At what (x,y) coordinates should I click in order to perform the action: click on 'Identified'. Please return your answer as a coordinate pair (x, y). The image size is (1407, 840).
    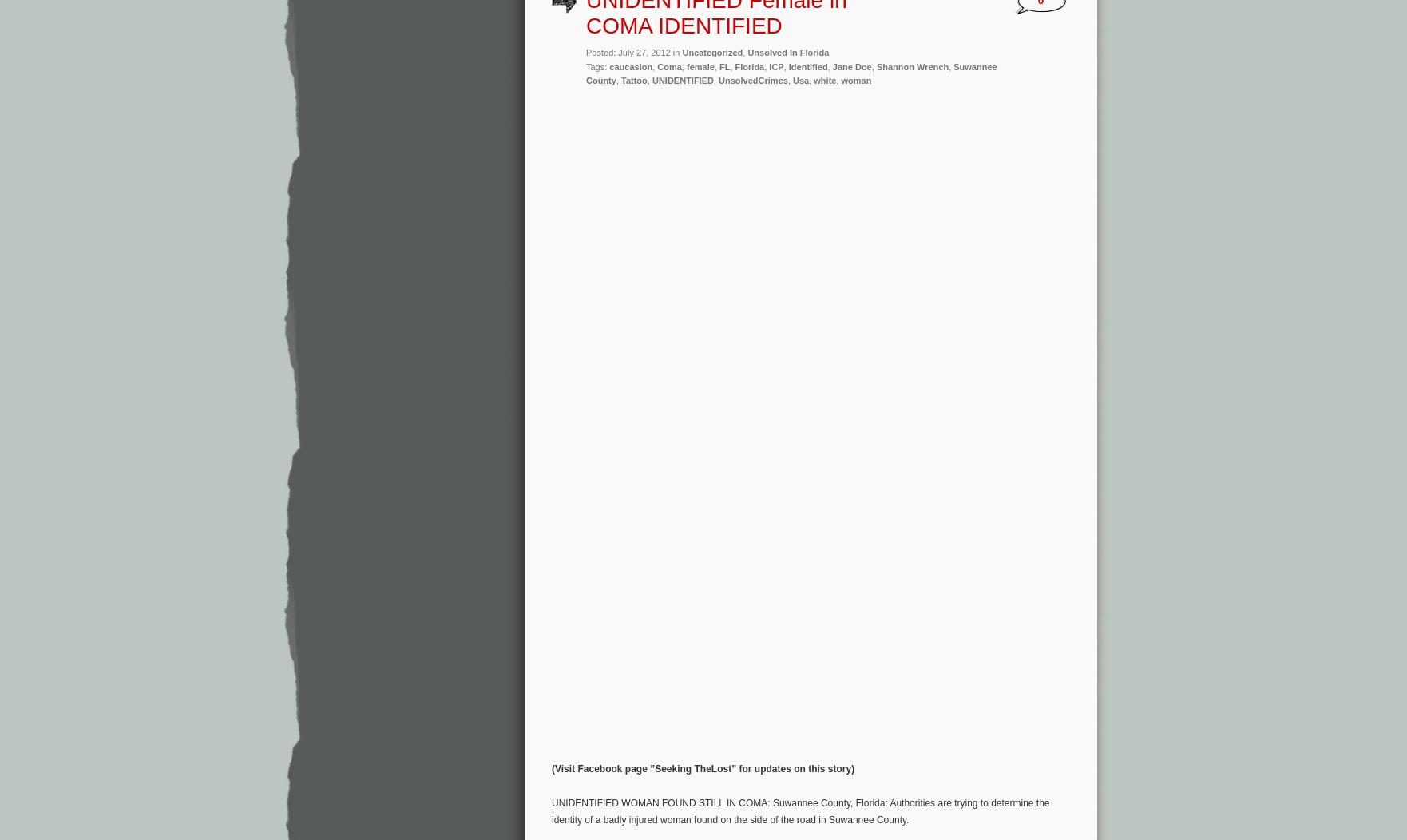
    Looking at the image, I should click on (807, 65).